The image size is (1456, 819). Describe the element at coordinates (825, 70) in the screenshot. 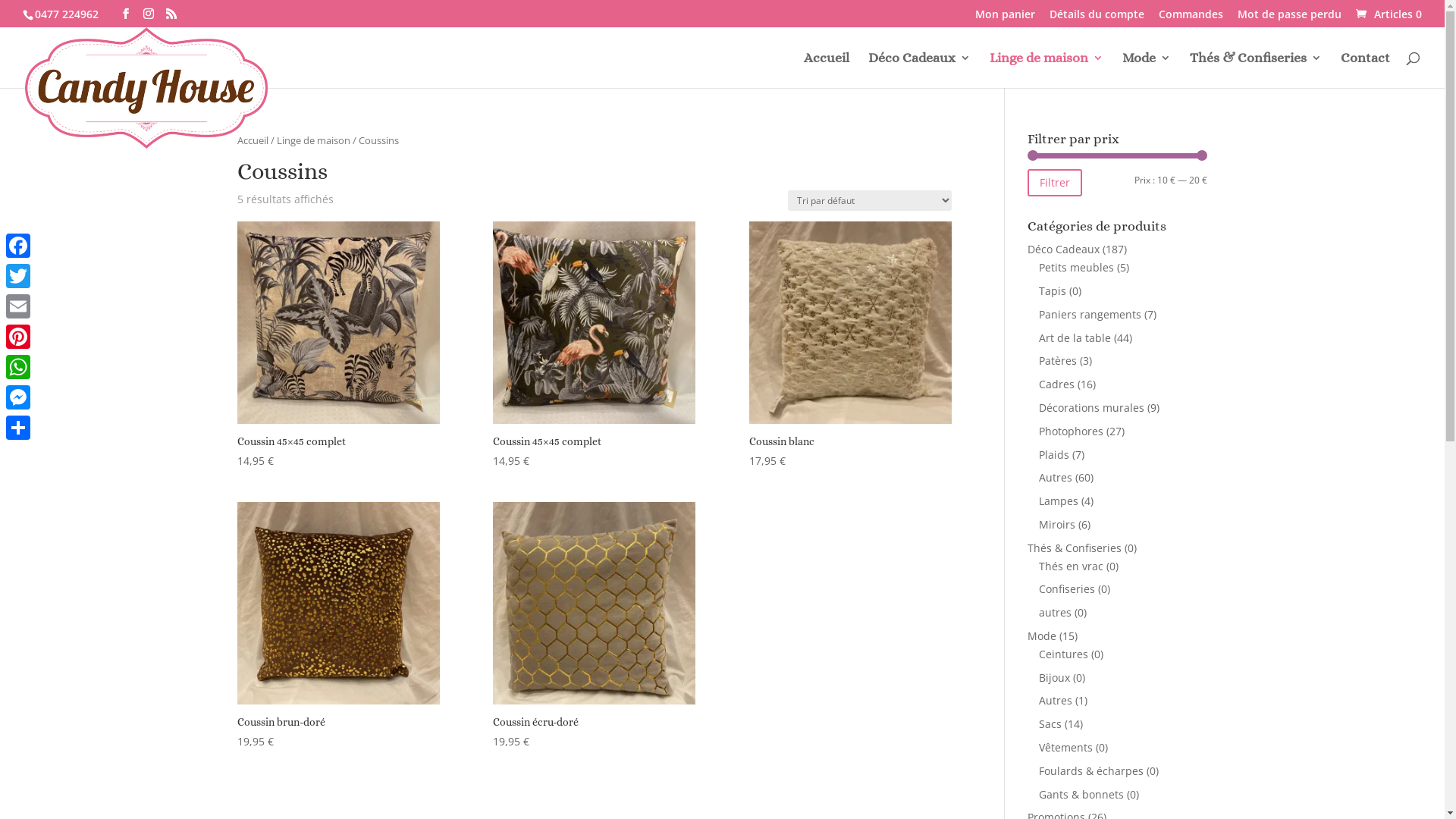

I see `'Accueil'` at that location.